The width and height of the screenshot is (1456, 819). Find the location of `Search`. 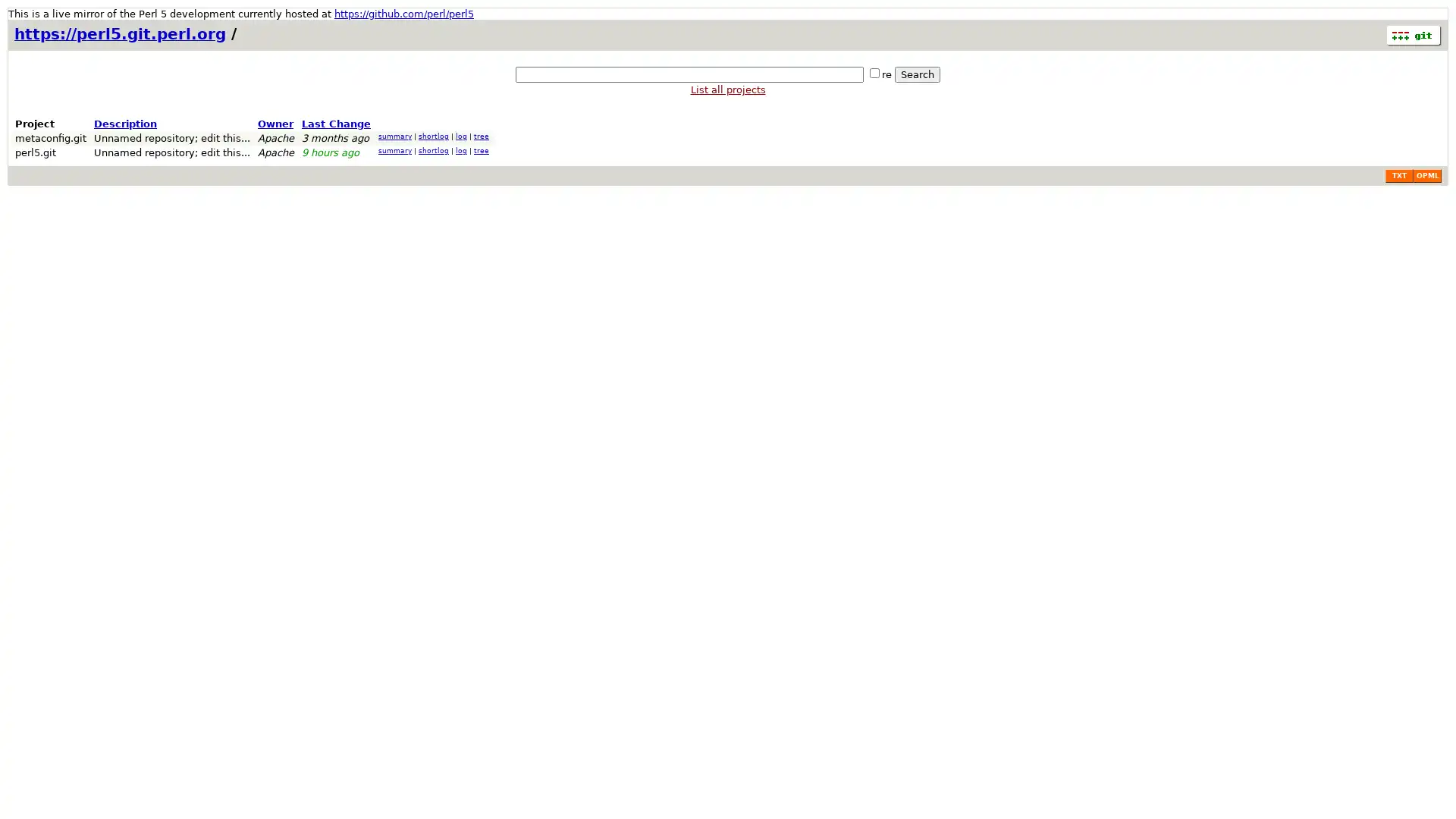

Search is located at coordinates (916, 74).